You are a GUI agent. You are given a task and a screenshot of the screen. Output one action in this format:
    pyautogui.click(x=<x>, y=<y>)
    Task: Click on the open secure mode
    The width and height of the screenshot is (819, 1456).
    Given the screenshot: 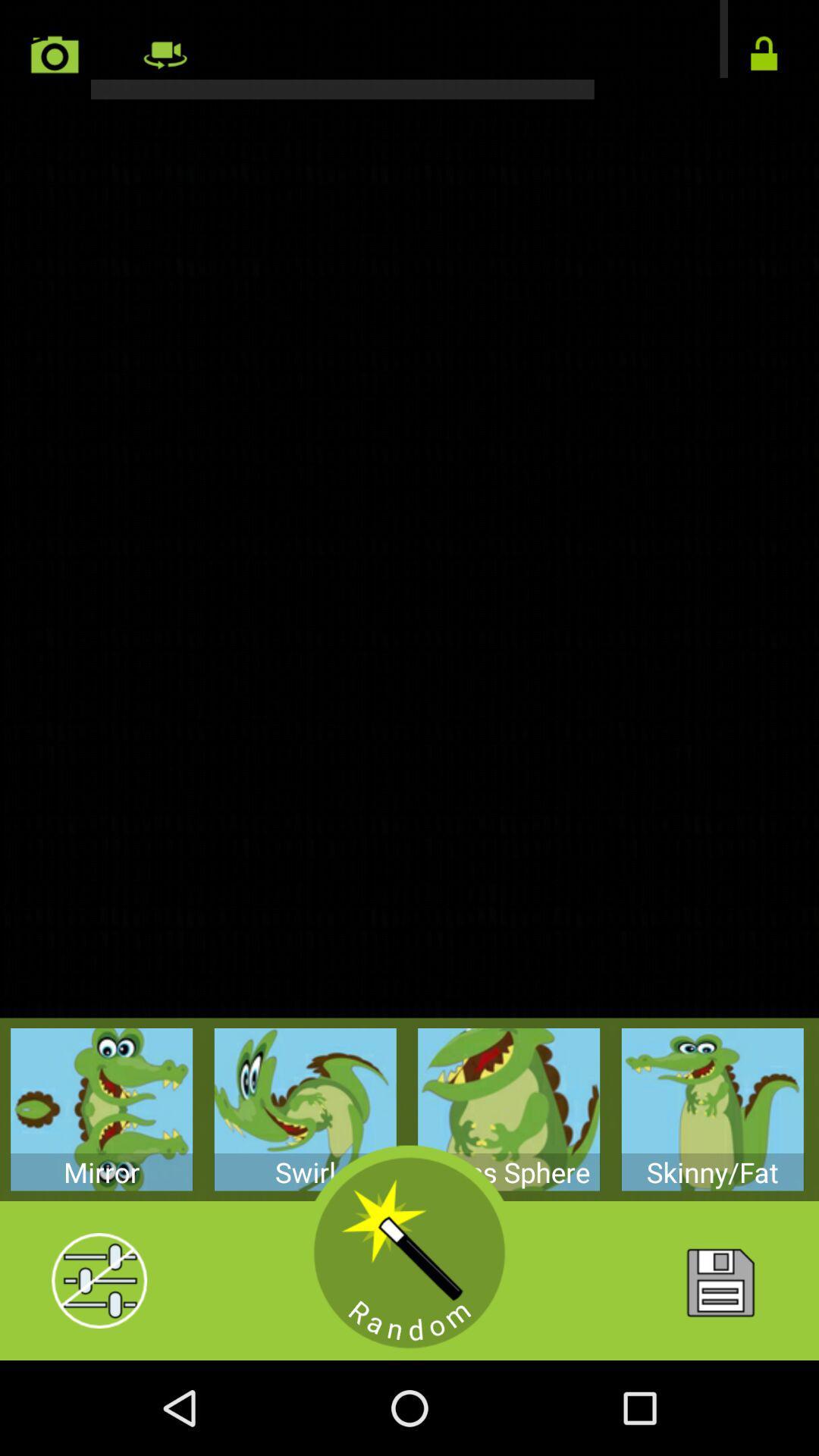 What is the action you would take?
    pyautogui.click(x=764, y=55)
    